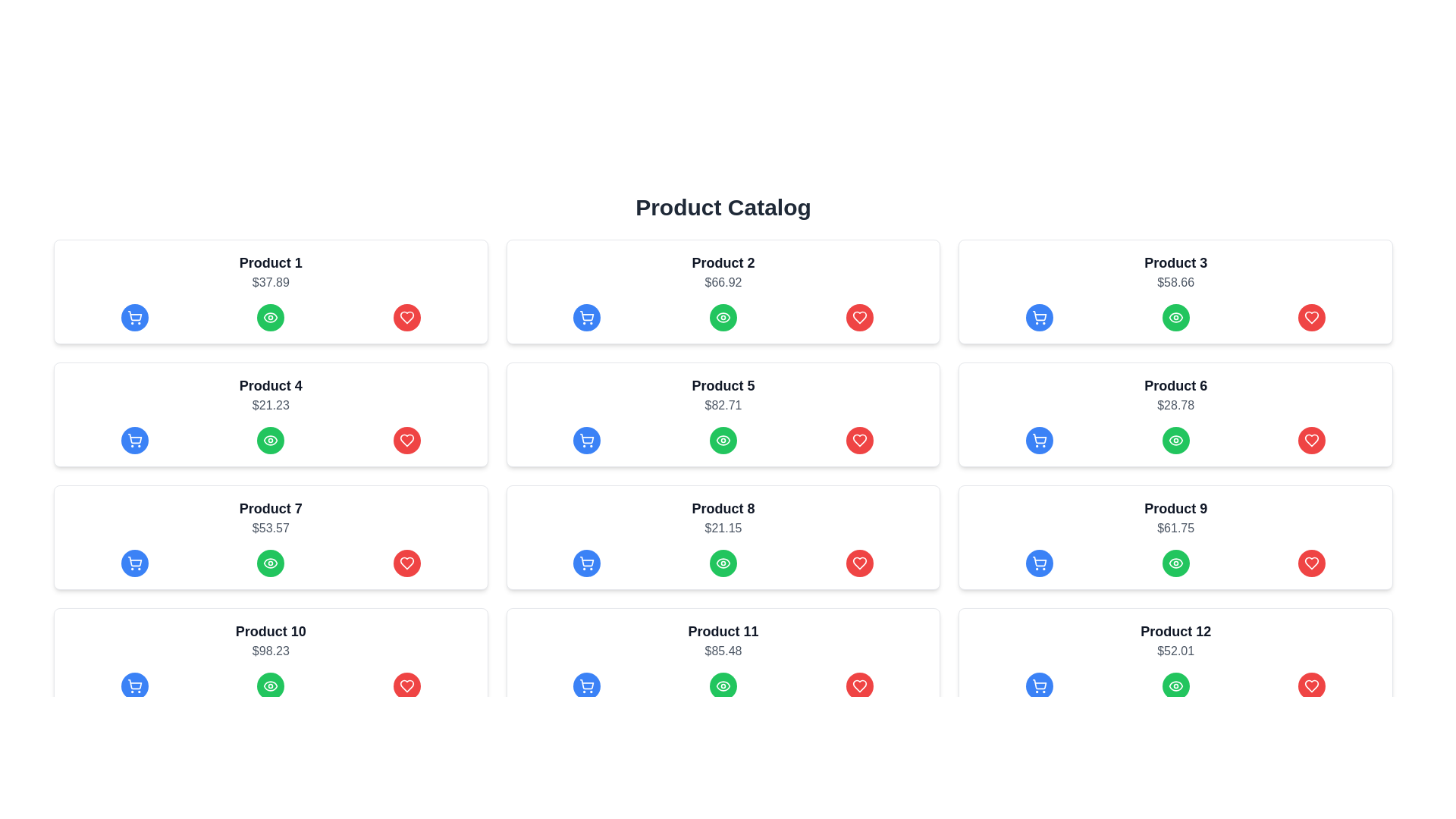 This screenshot has width=1456, height=819. Describe the element at coordinates (859, 563) in the screenshot. I see `the circular button with a red background and white heart icon` at that location.